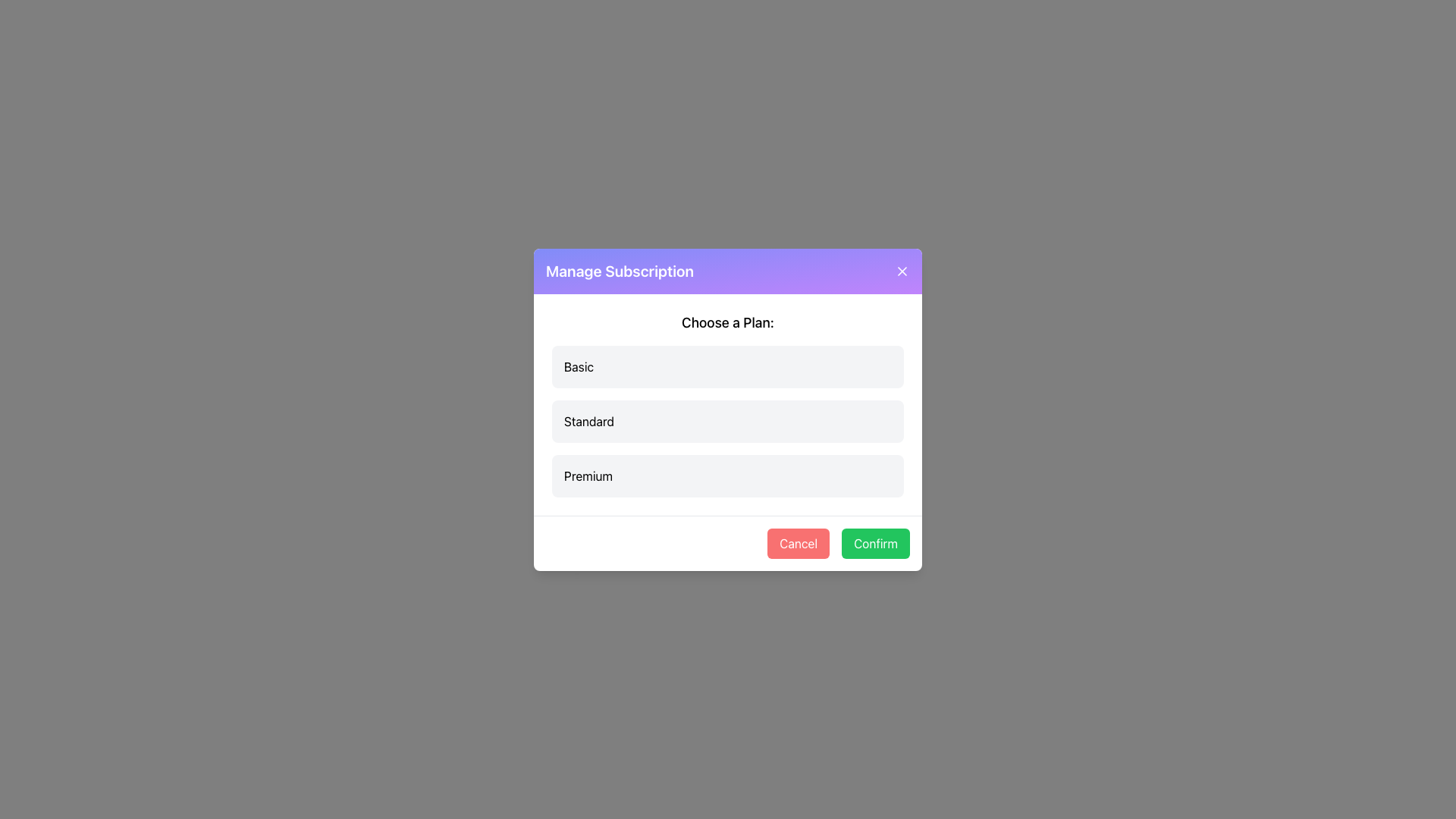  I want to click on the 'Premium' option in the subscription selection interface, so click(728, 475).